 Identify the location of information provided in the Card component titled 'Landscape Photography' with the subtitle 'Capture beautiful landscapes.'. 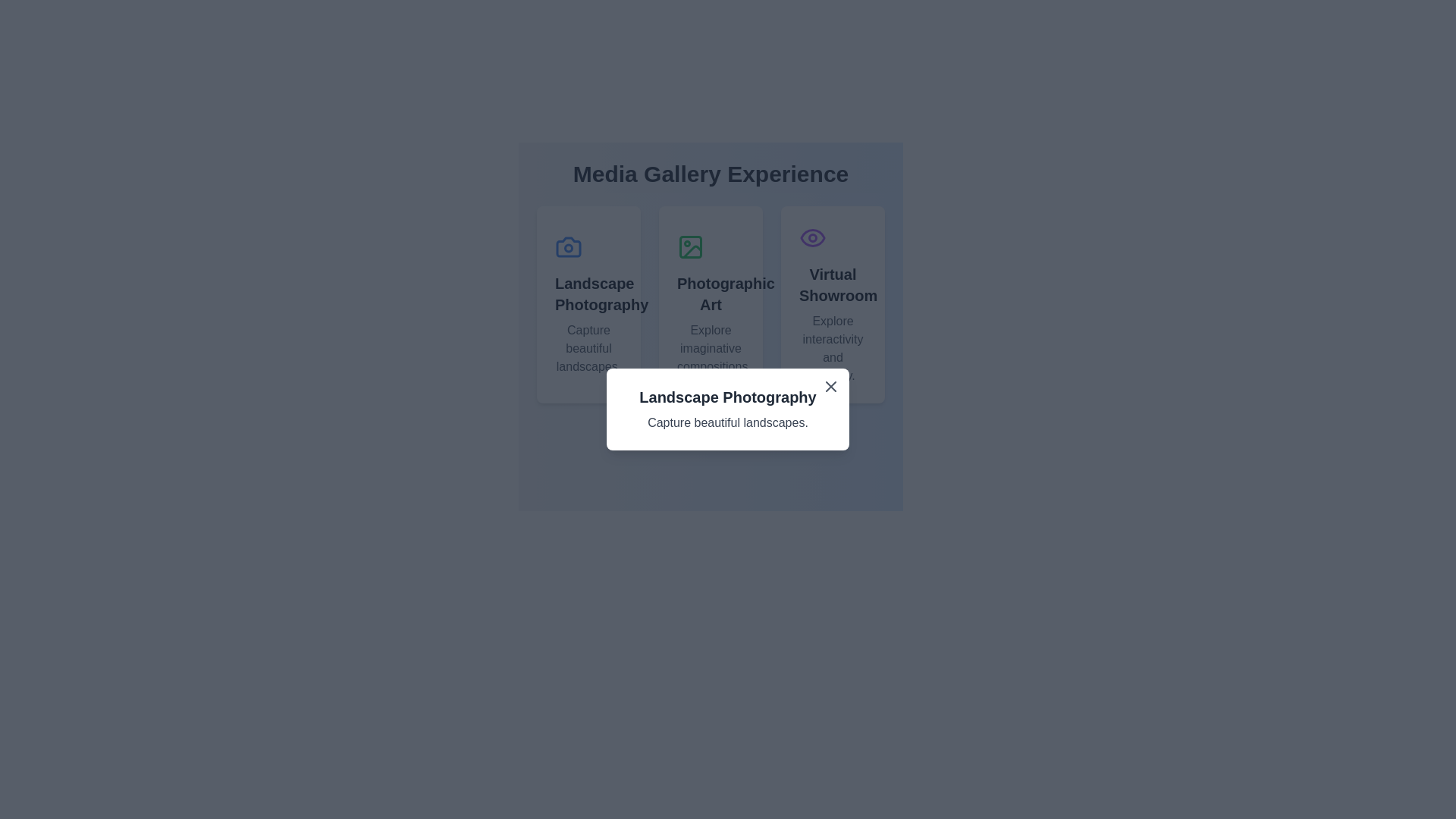
(728, 409).